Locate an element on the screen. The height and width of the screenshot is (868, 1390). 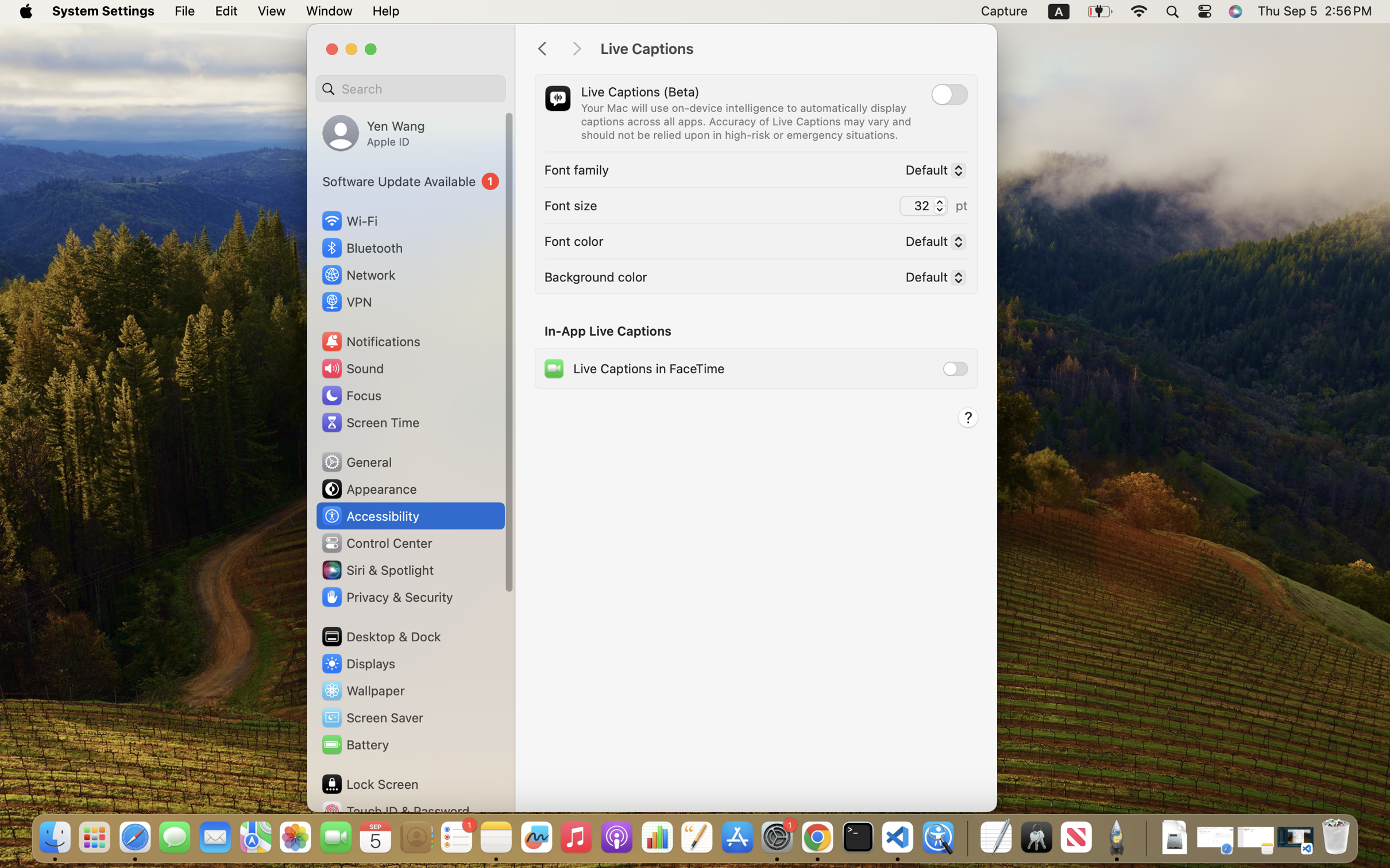
'Wallpaper' is located at coordinates (362, 691).